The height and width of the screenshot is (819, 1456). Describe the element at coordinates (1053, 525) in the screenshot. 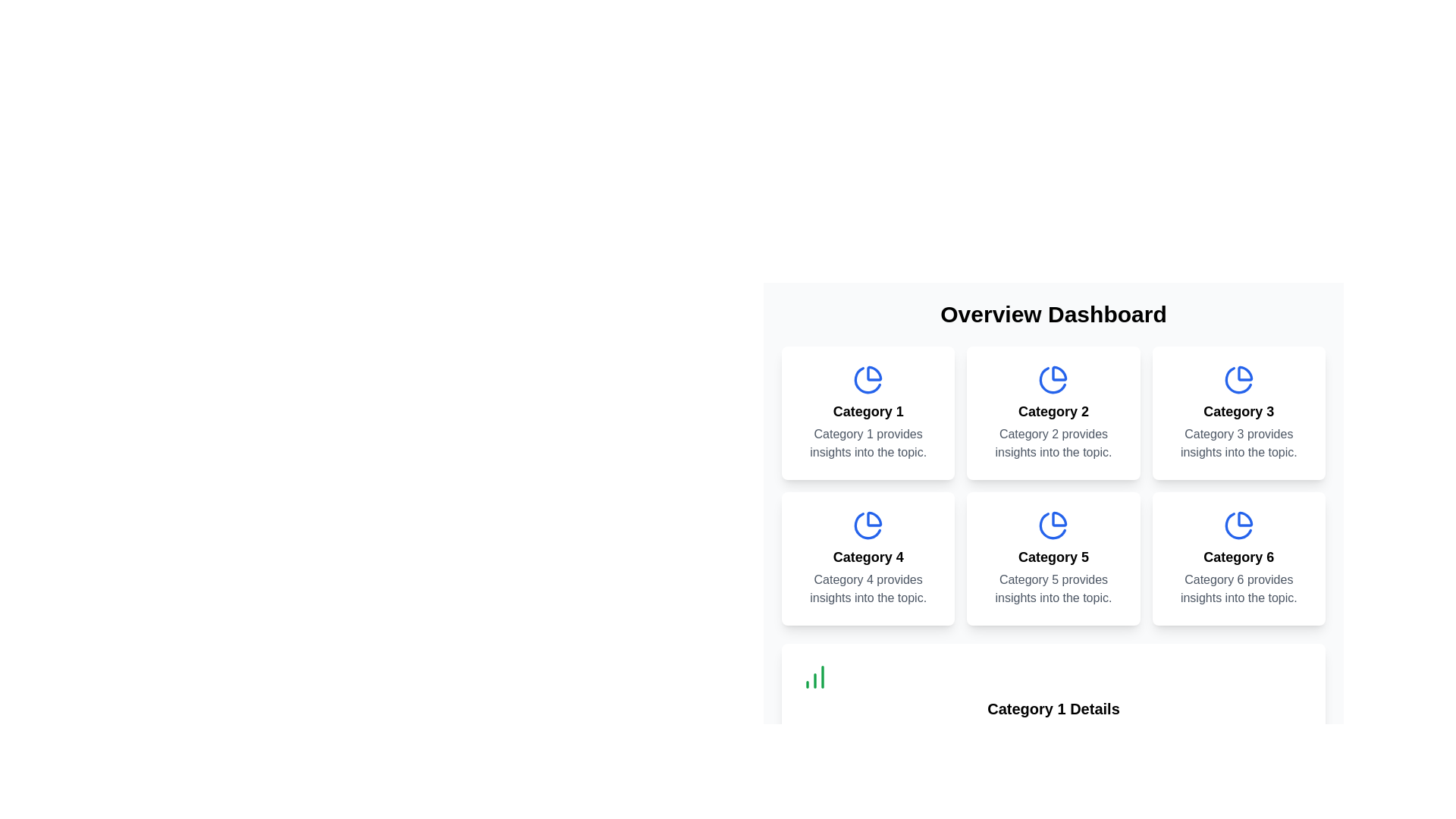

I see `the 'Category 5' icon located in the second row, middle column of the grid layout under the 'Overview Dashboard' heading` at that location.